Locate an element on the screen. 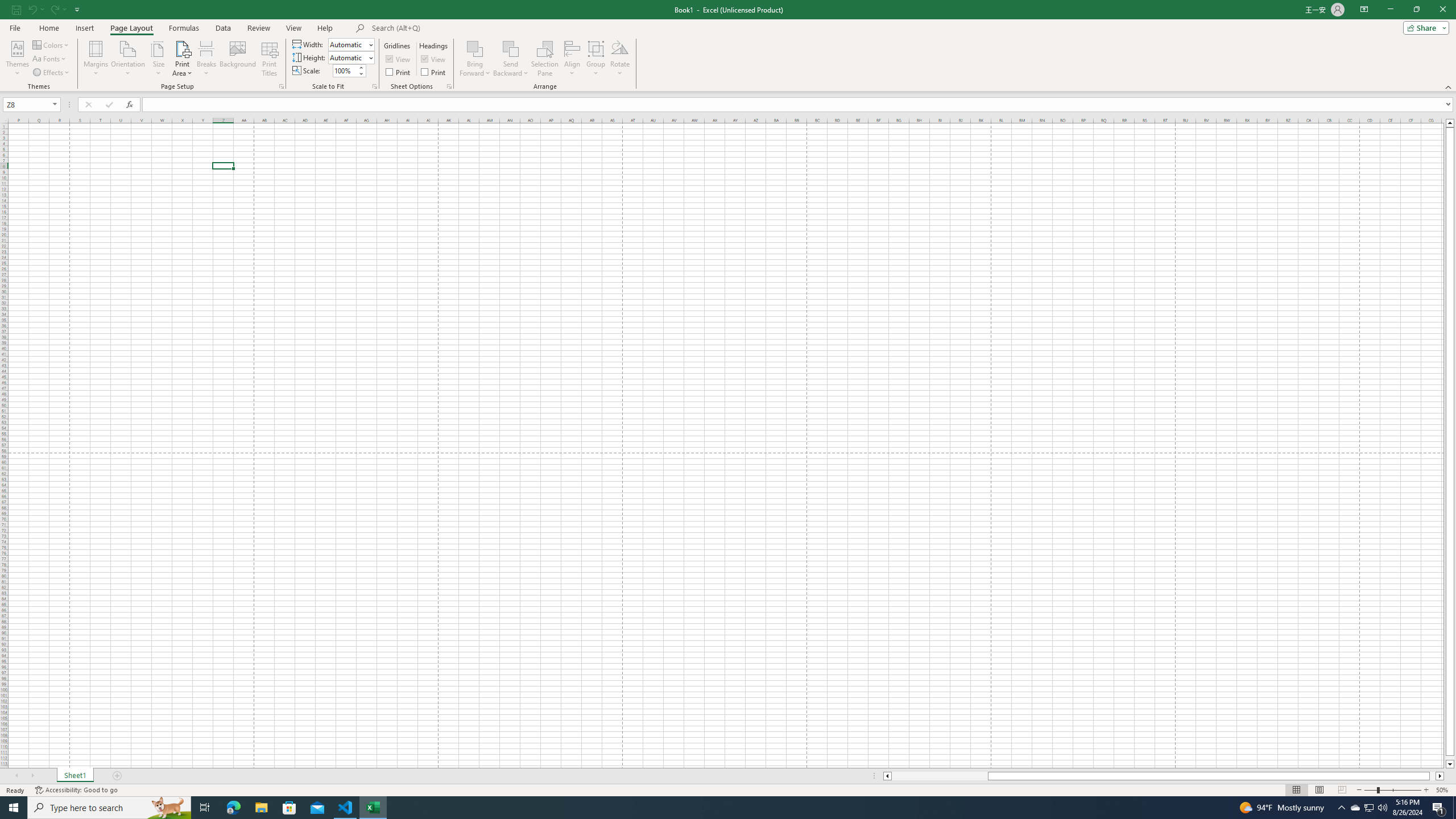  'Bring Forward' is located at coordinates (475, 59).